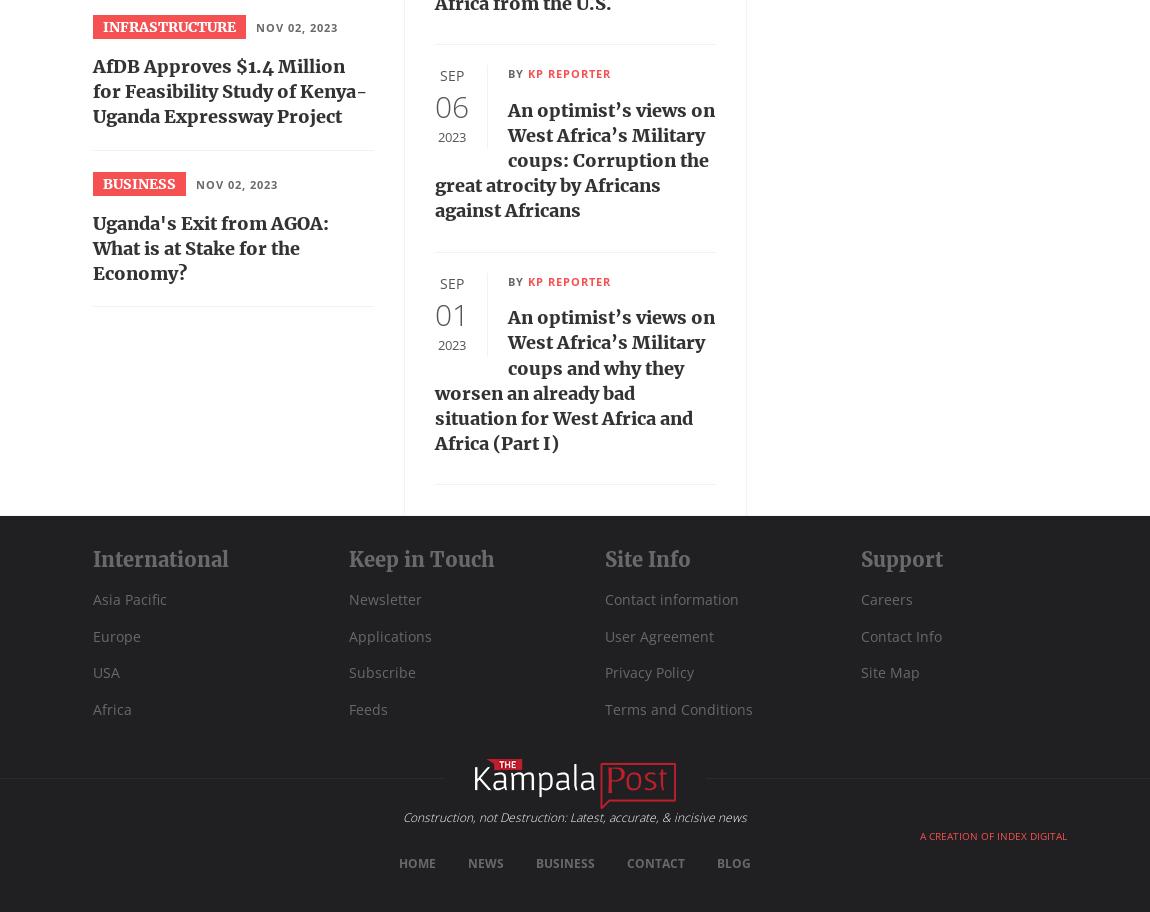  Describe the element at coordinates (105, 671) in the screenshot. I see `'USA'` at that location.